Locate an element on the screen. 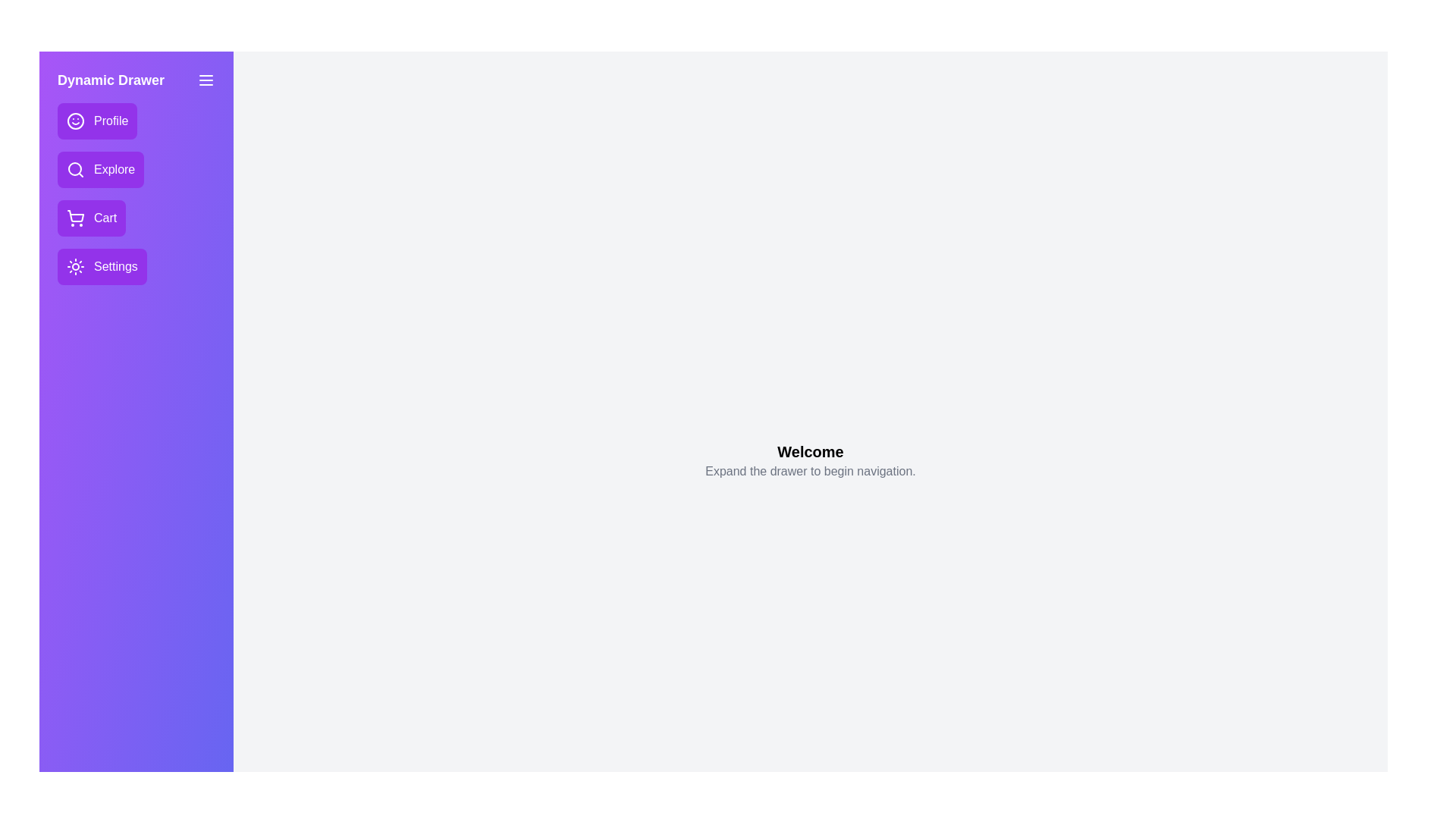 This screenshot has height=819, width=1456. the navigation item Cart from the drawer is located at coordinates (90, 218).